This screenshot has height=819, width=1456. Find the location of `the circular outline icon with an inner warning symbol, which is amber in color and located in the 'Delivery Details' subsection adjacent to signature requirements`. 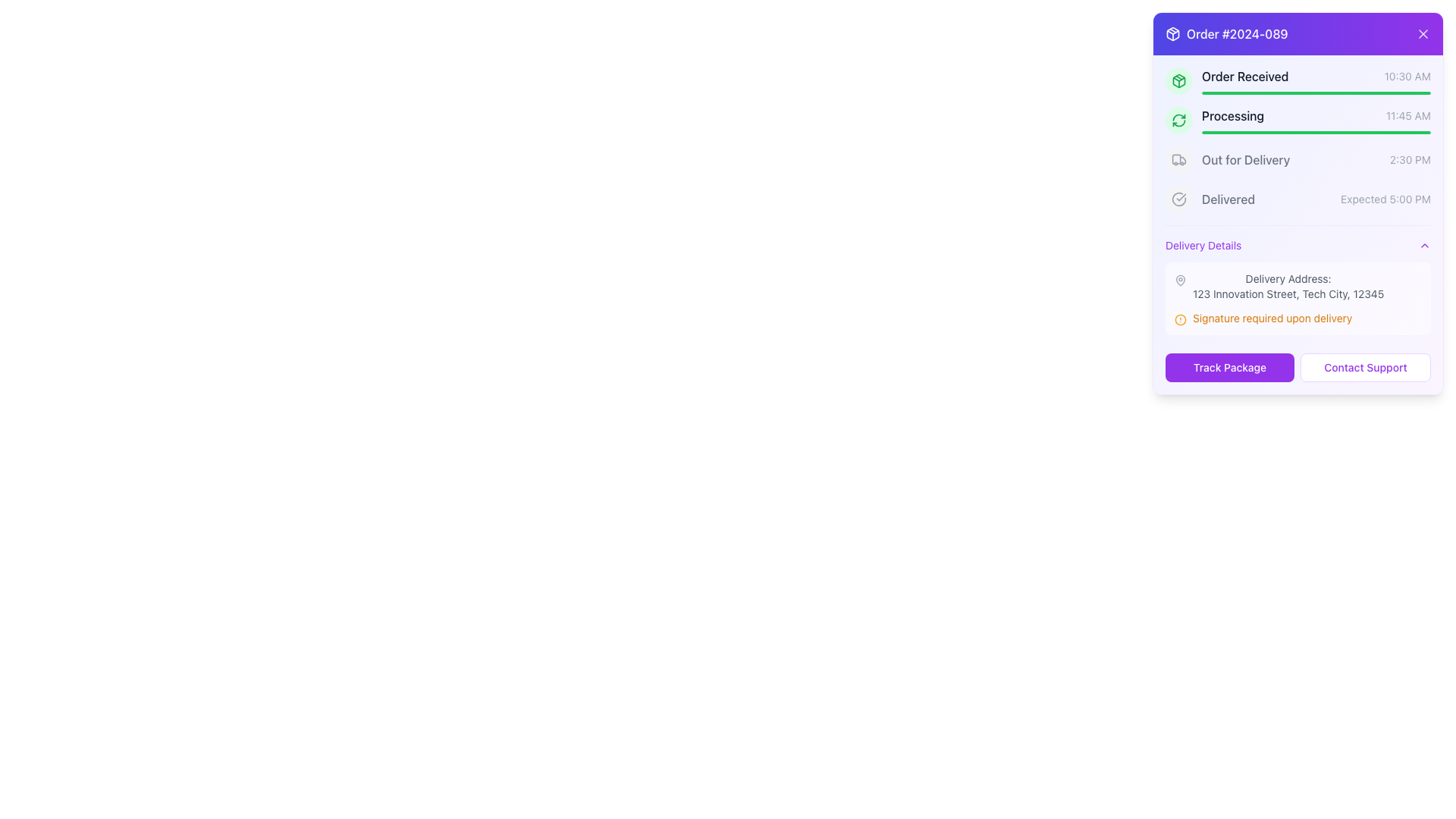

the circular outline icon with an inner warning symbol, which is amber in color and located in the 'Delivery Details' subsection adjacent to signature requirements is located at coordinates (1179, 318).